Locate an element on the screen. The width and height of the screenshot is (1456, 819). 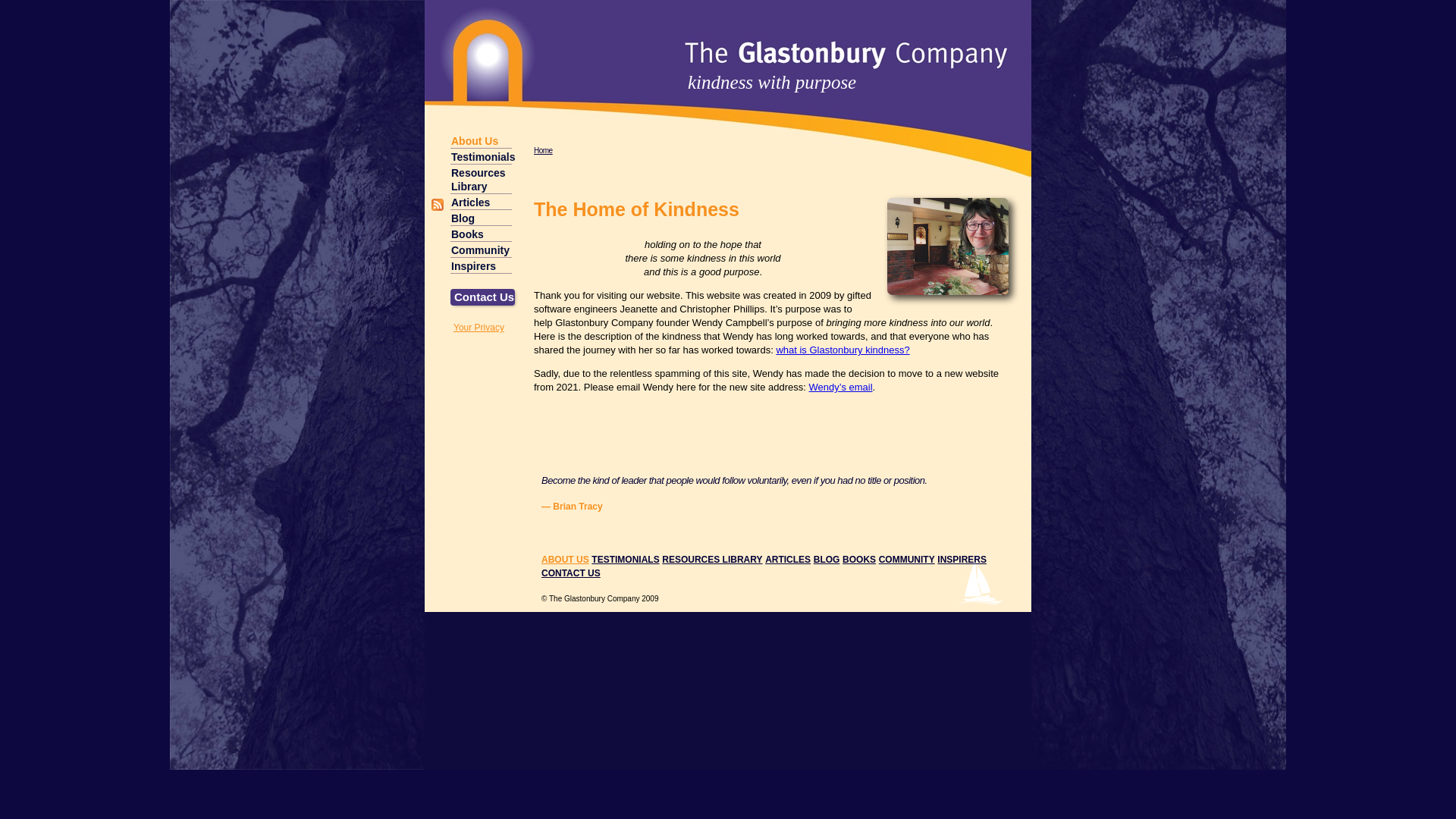
'TESTIMONIALS' is located at coordinates (625, 559).